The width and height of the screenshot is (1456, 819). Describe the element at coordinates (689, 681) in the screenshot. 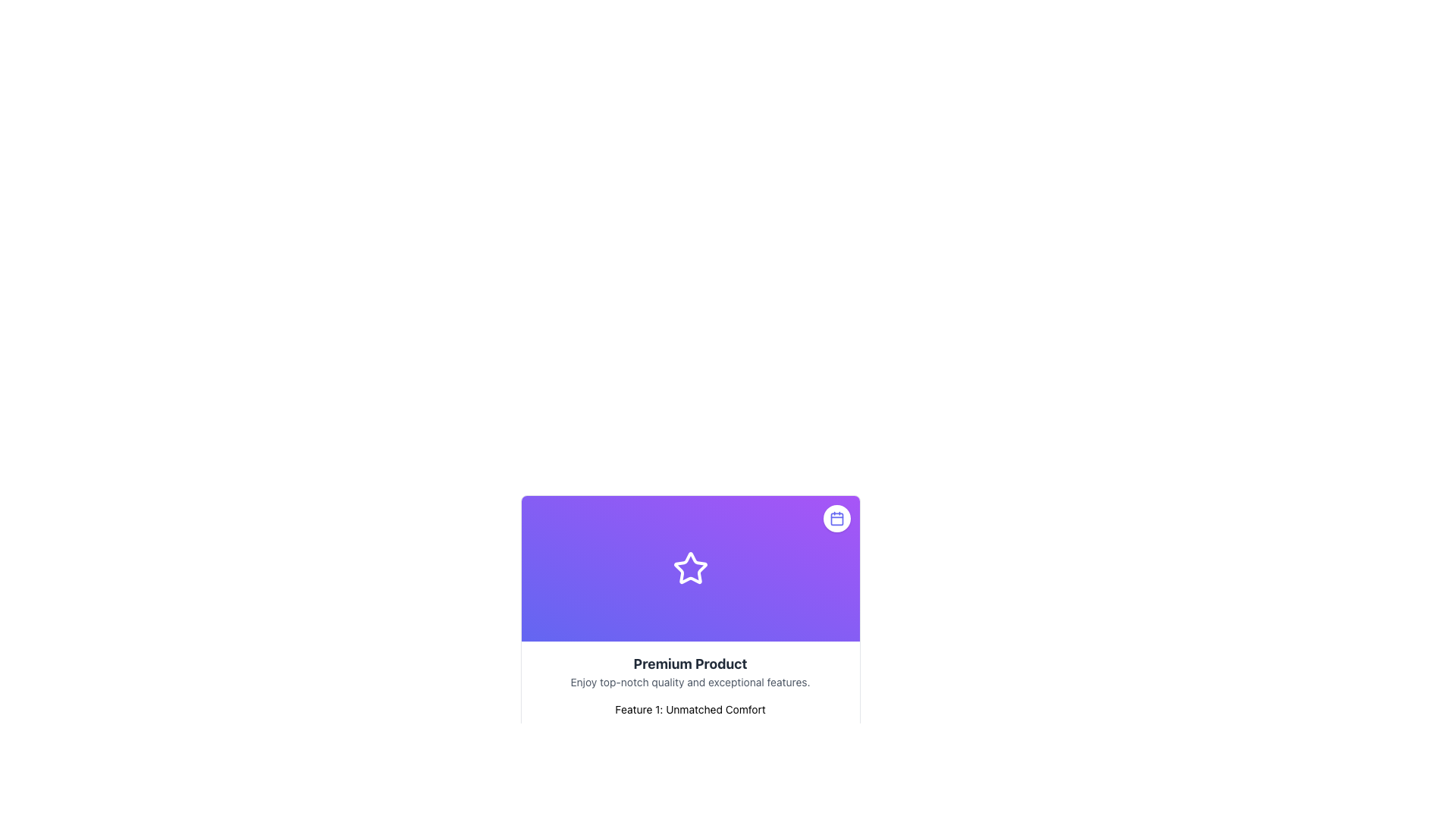

I see `the descriptive text element positioned below 'Premium Product' and above 'Feature 1: Unmatched Comfort'` at that location.